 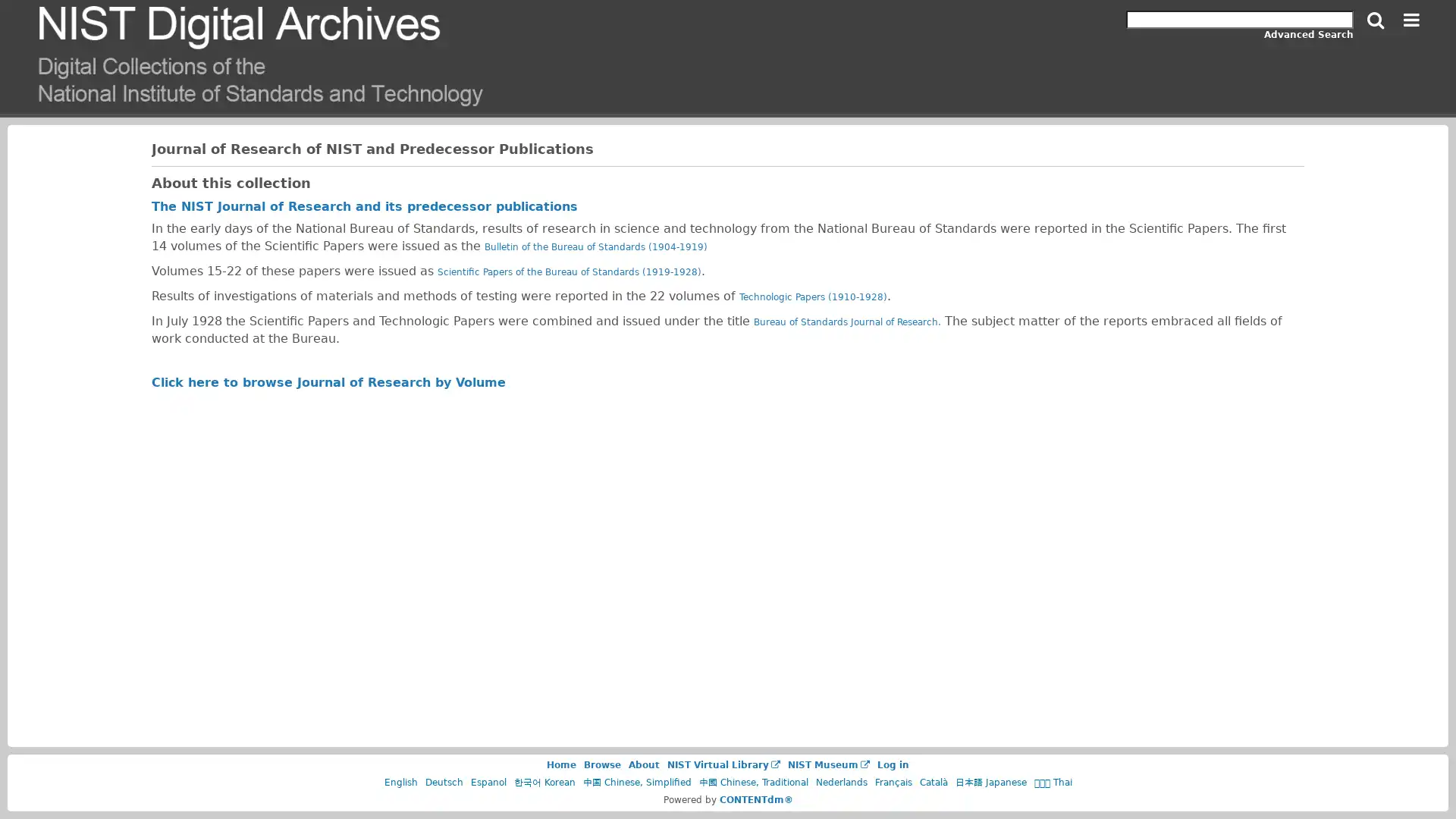 I want to click on Chinese, Simplified, so click(x=636, y=783).